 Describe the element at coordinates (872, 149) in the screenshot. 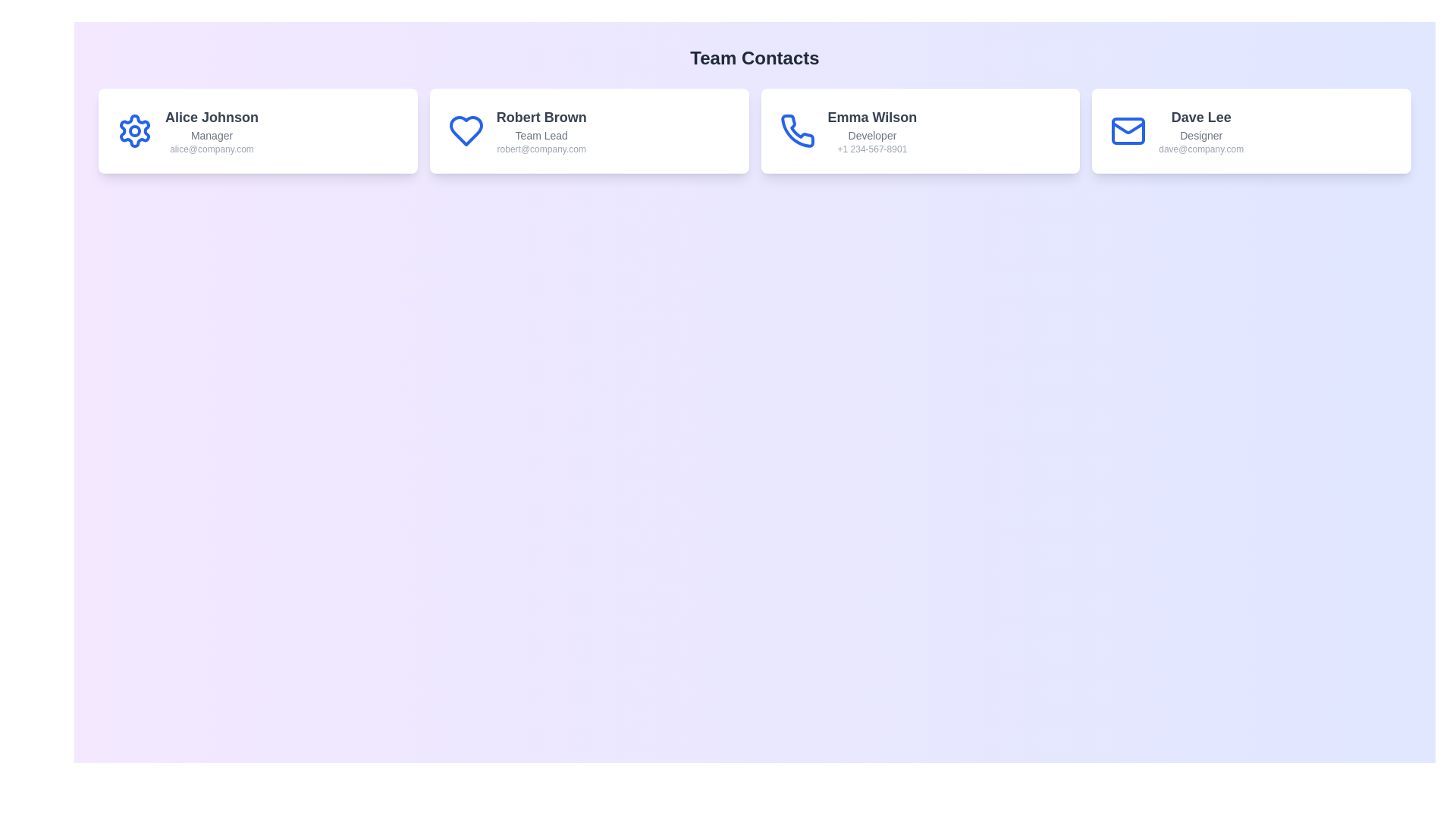

I see `the phone number text label of Emma Wilson, which is the last line of text in her contact card, positioned below 'Developer'` at that location.